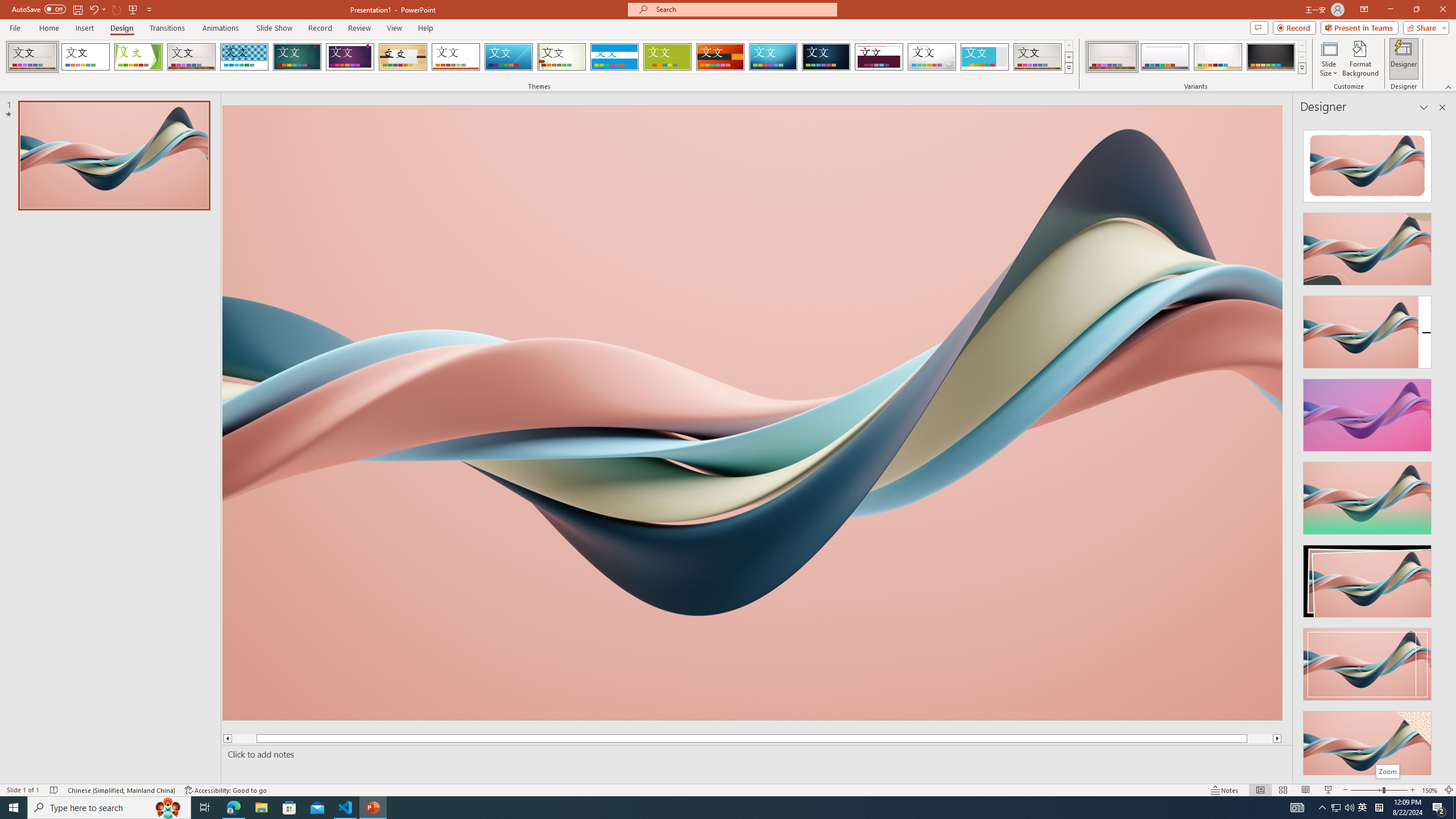 This screenshot has height=819, width=1456. What do you see at coordinates (138, 56) in the screenshot?
I see `'Facet'` at bounding box center [138, 56].